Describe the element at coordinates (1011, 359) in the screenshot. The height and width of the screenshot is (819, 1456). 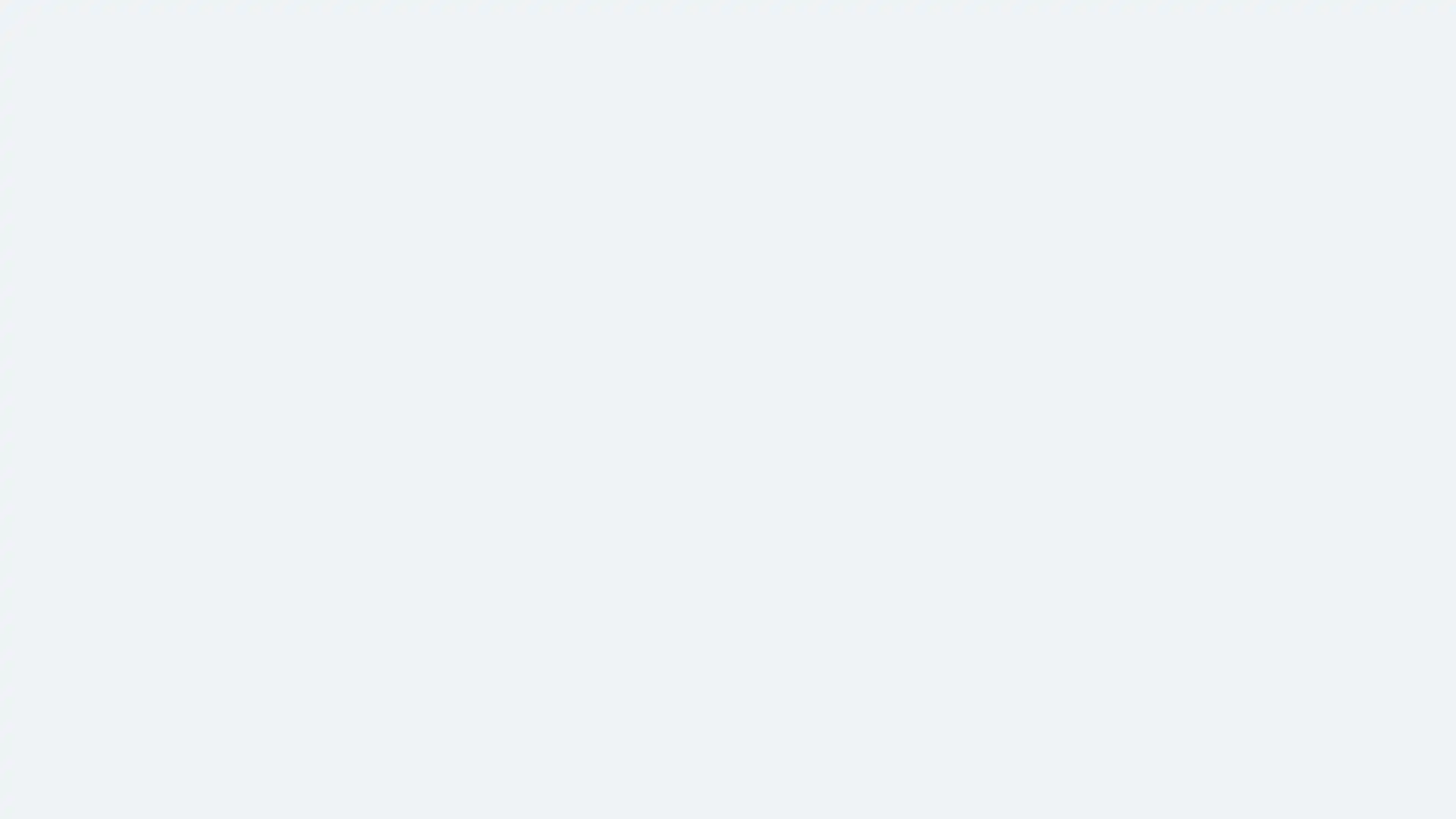
I see `Toggle password visibility` at that location.